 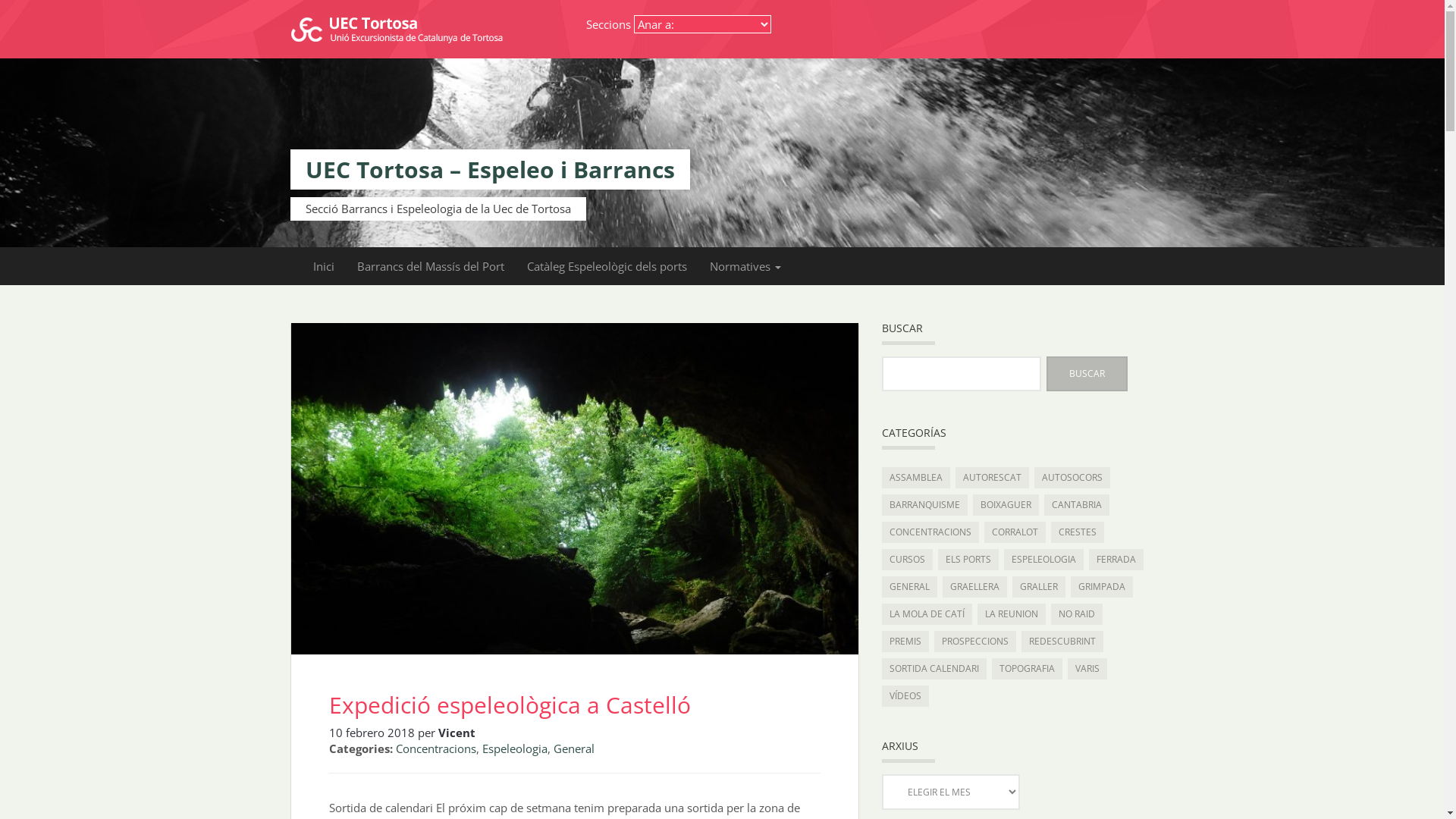 What do you see at coordinates (932, 668) in the screenshot?
I see `'SORTIDA CALENDARI'` at bounding box center [932, 668].